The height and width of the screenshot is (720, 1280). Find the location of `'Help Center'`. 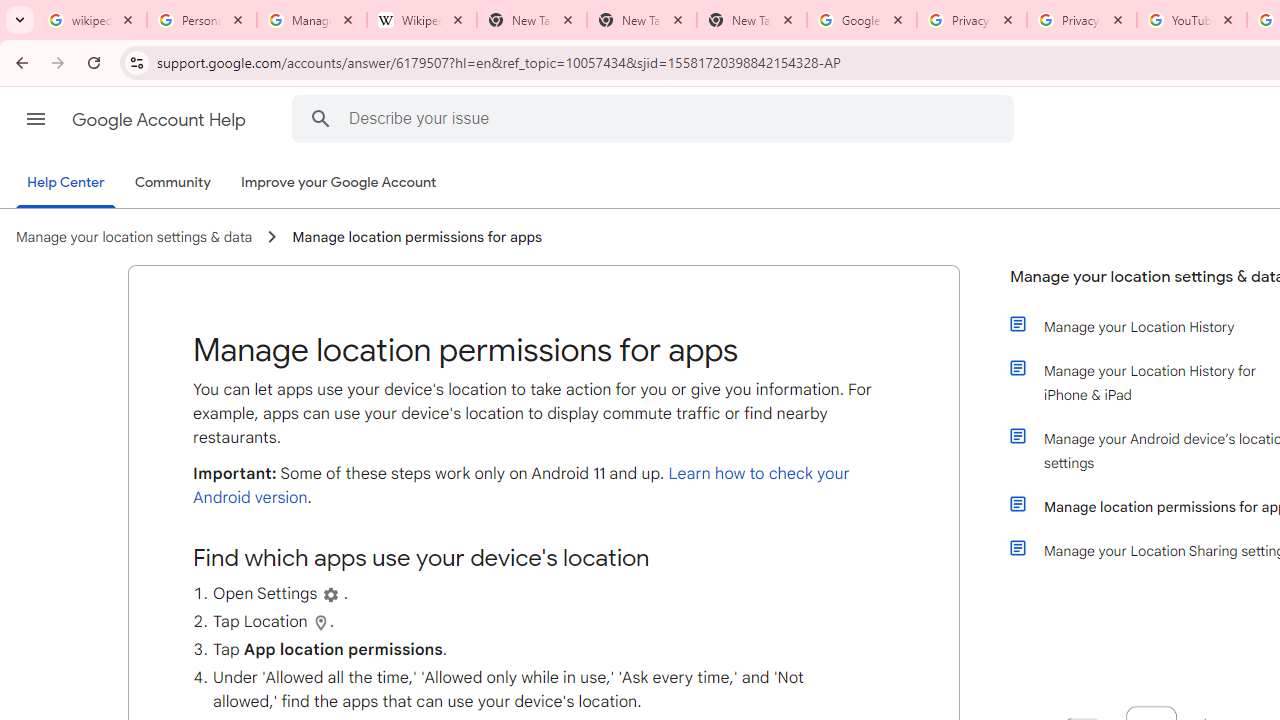

'Help Center' is located at coordinates (65, 183).